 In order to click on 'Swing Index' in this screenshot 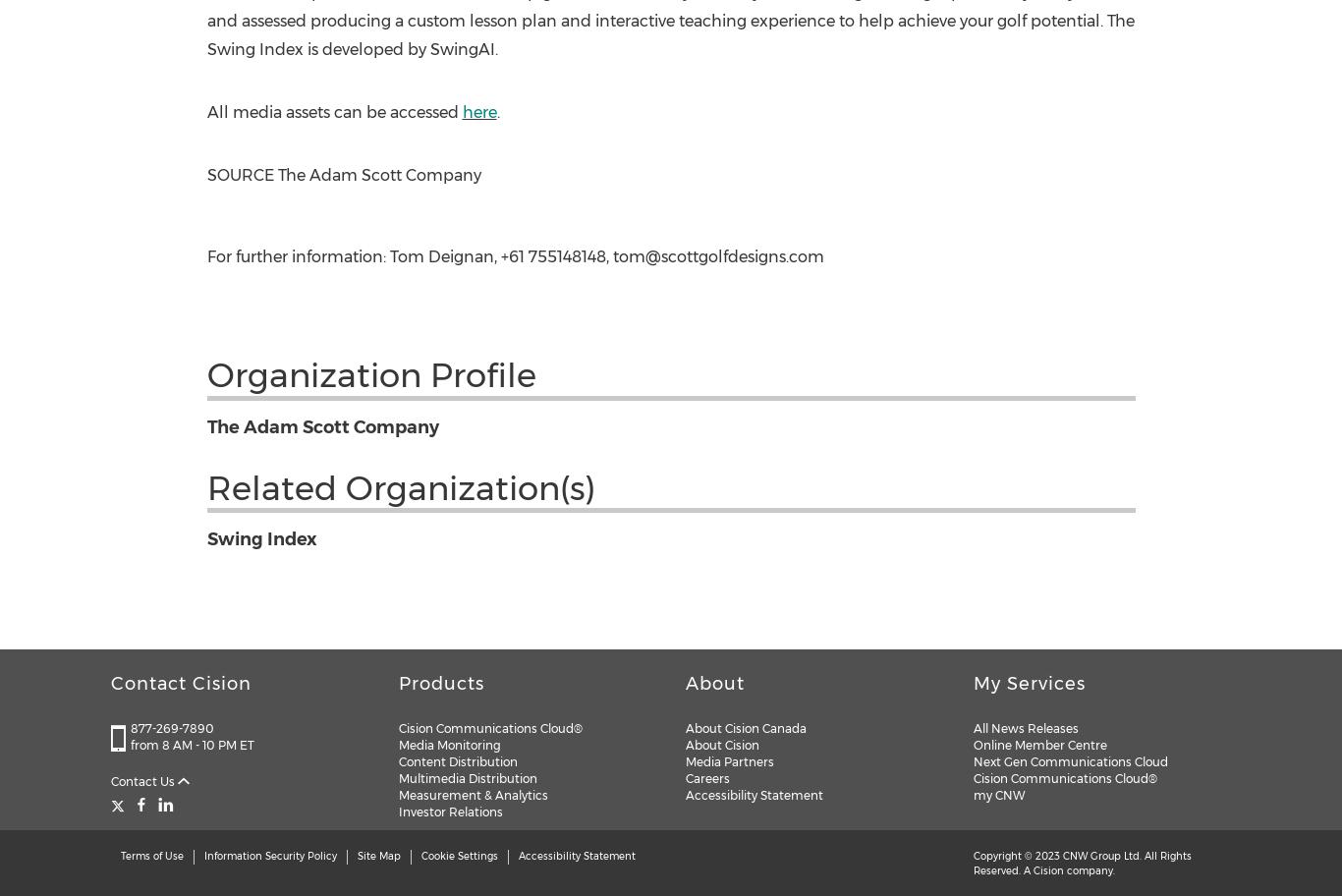, I will do `click(260, 539)`.